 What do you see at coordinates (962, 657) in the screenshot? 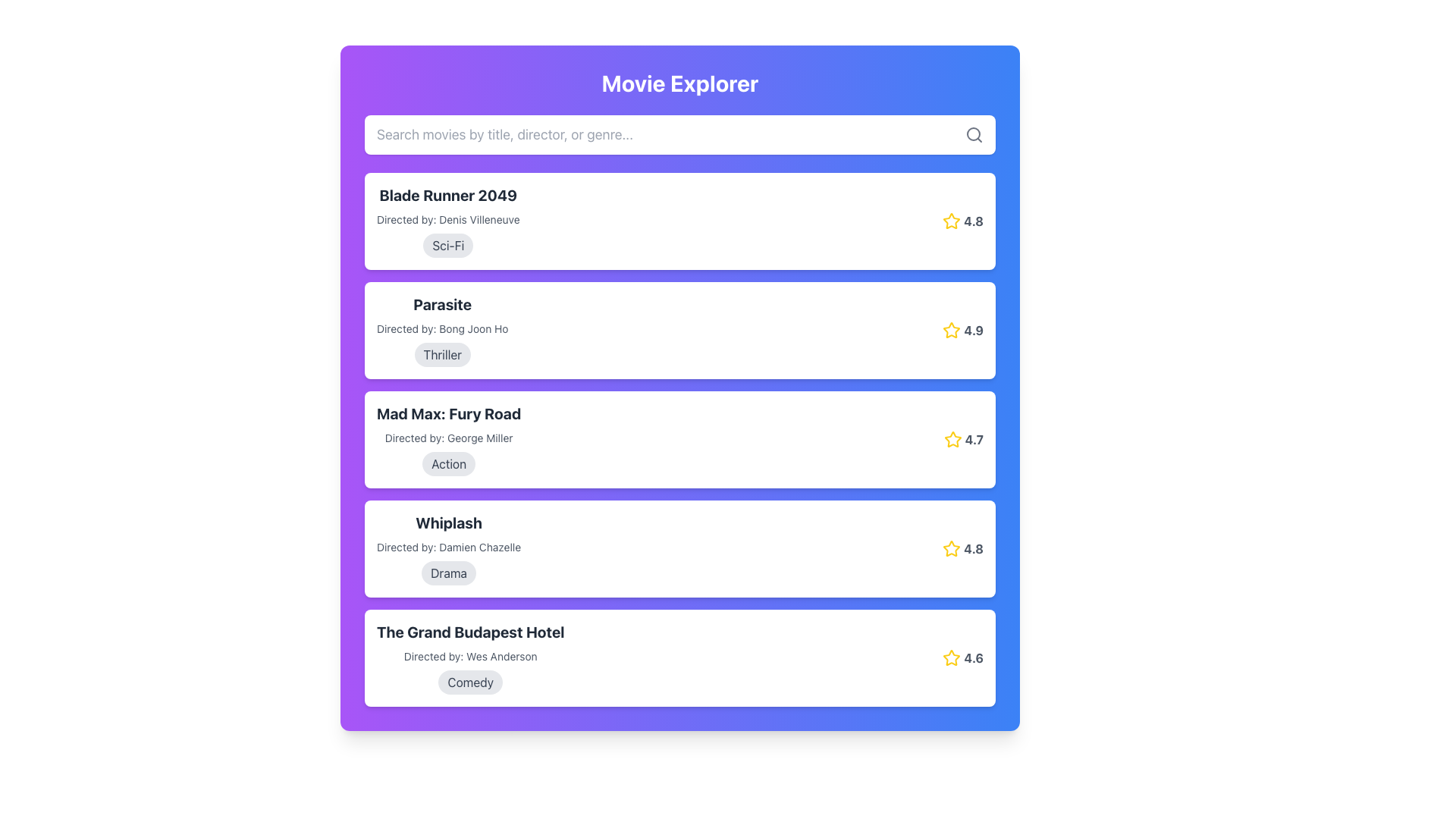
I see `the bold yellow star icon of the rating indicator displaying a rating of '4.6'` at bounding box center [962, 657].